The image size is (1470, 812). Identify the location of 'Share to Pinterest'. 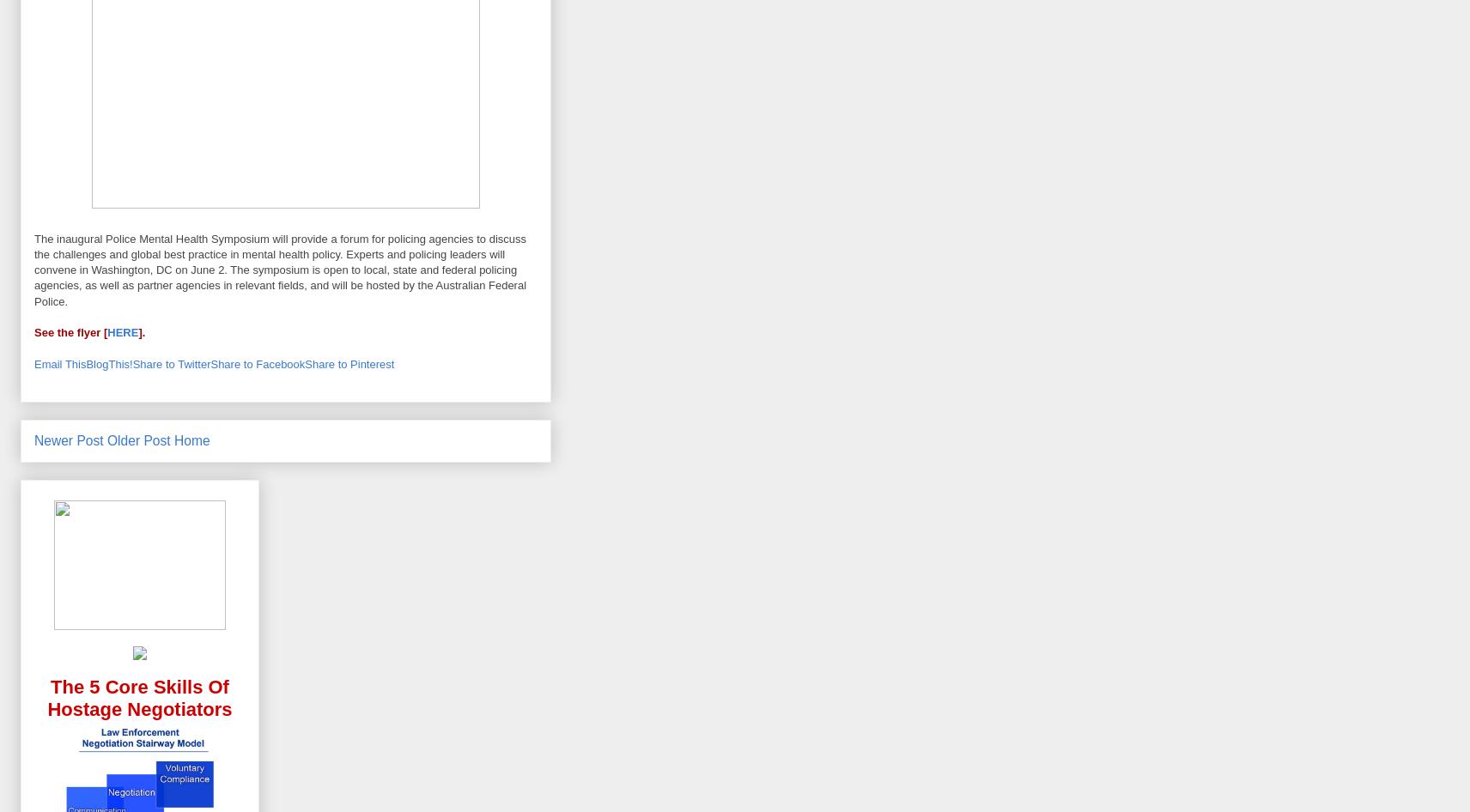
(349, 362).